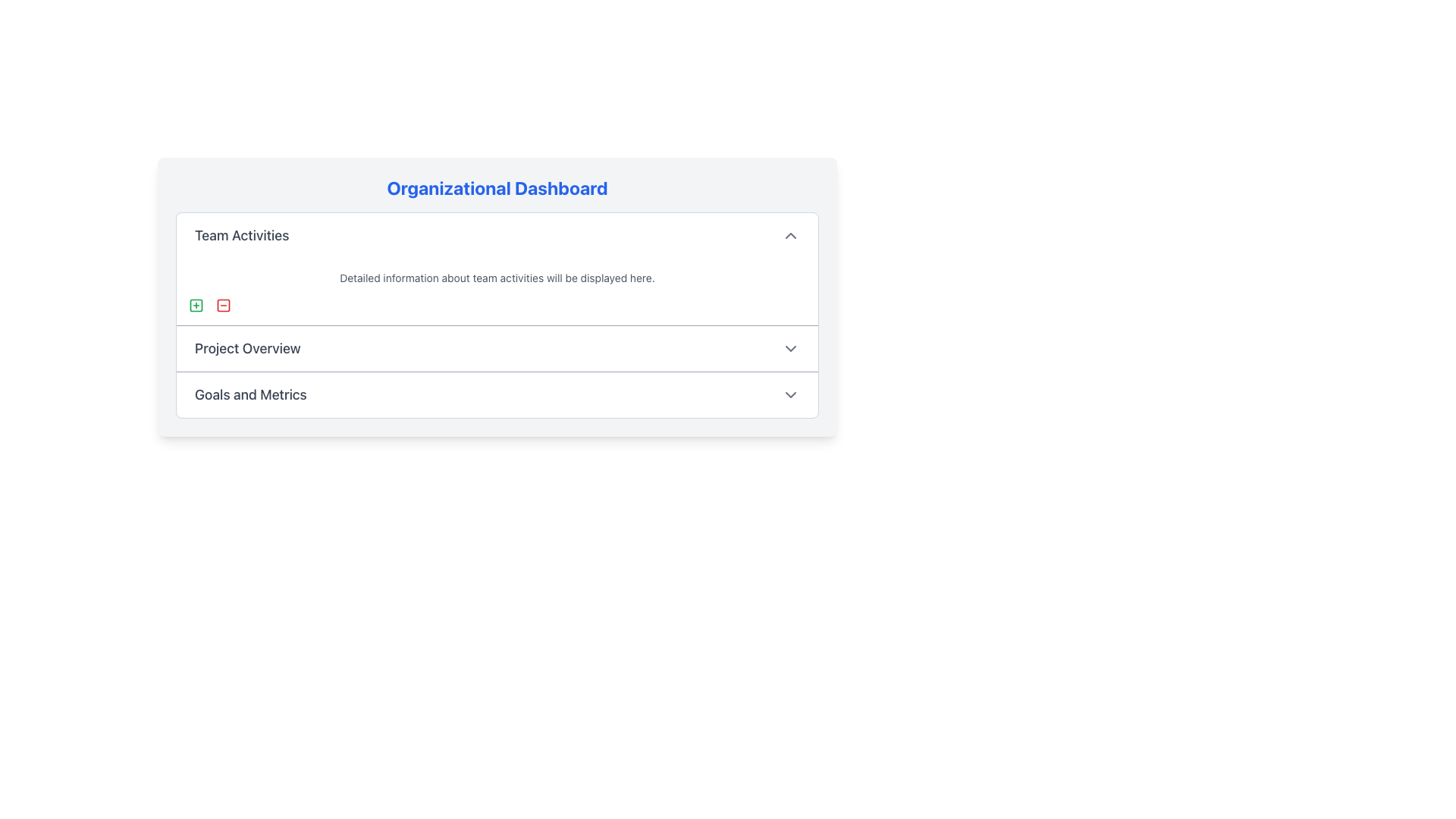 The width and height of the screenshot is (1456, 819). I want to click on the toggle icon located to the right of the 'Goals and Metrics' text, so click(789, 394).